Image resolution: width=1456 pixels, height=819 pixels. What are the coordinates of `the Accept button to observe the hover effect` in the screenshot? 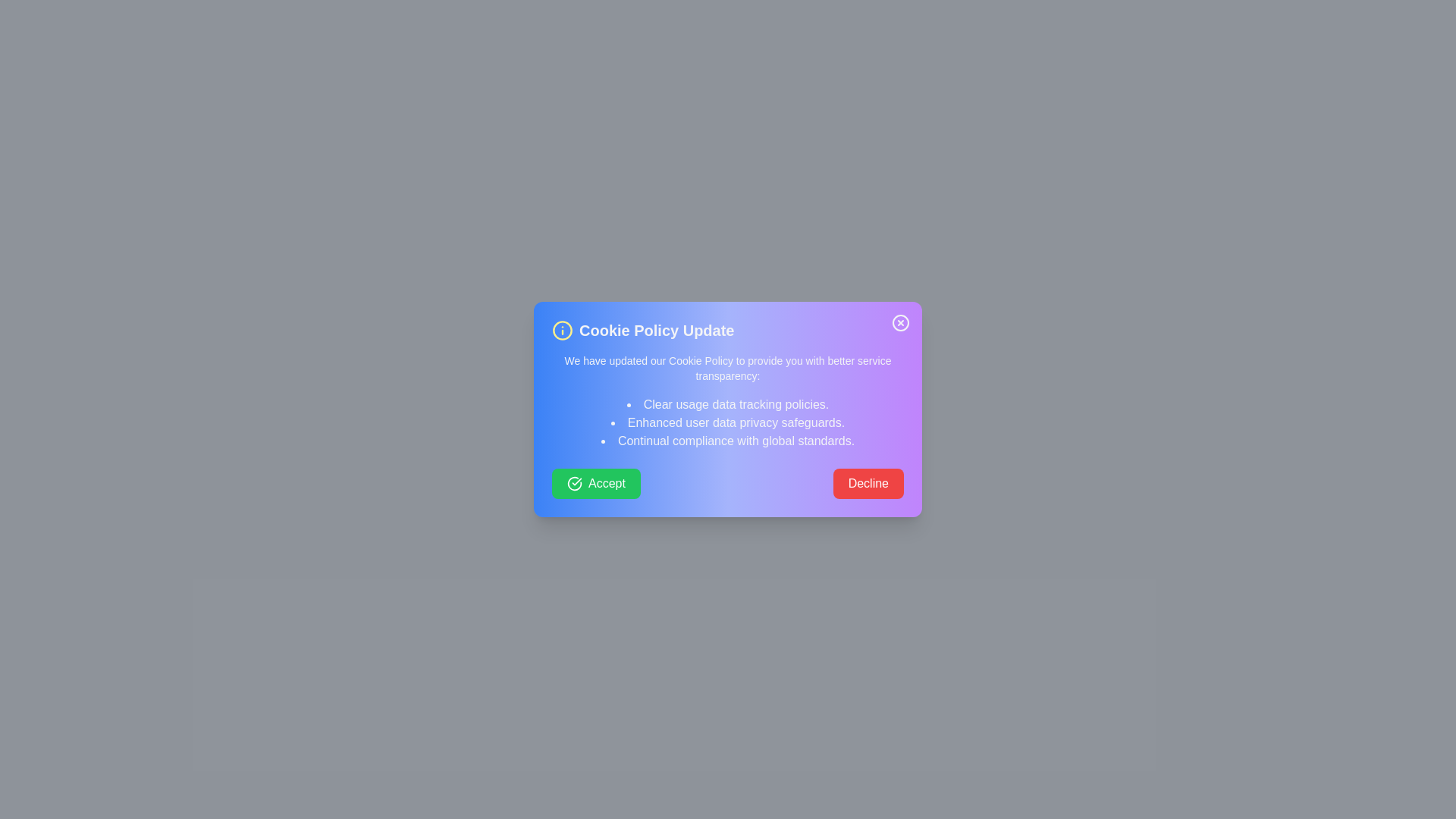 It's located at (595, 483).